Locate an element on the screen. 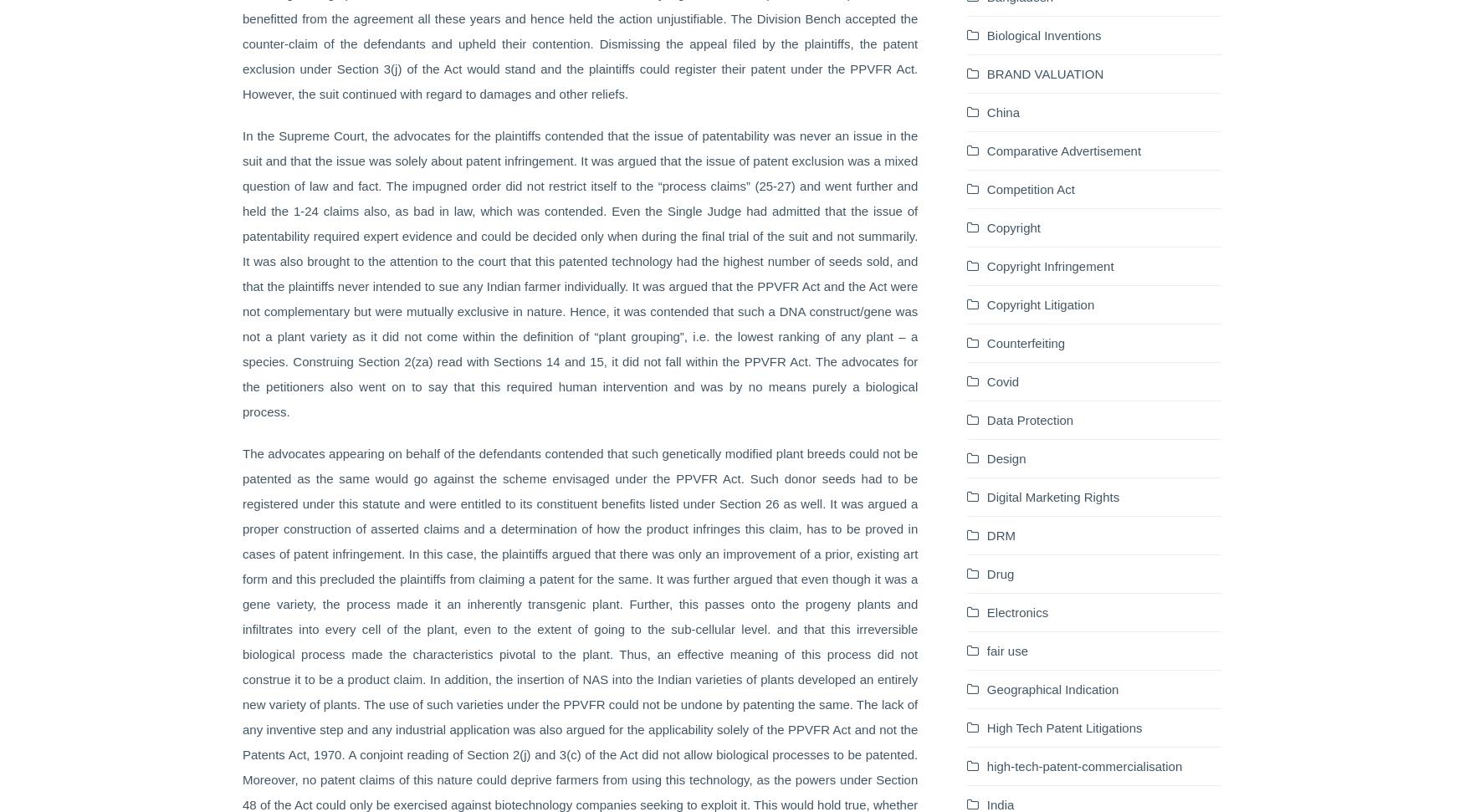 The image size is (1464, 812). 'China' is located at coordinates (1002, 111).